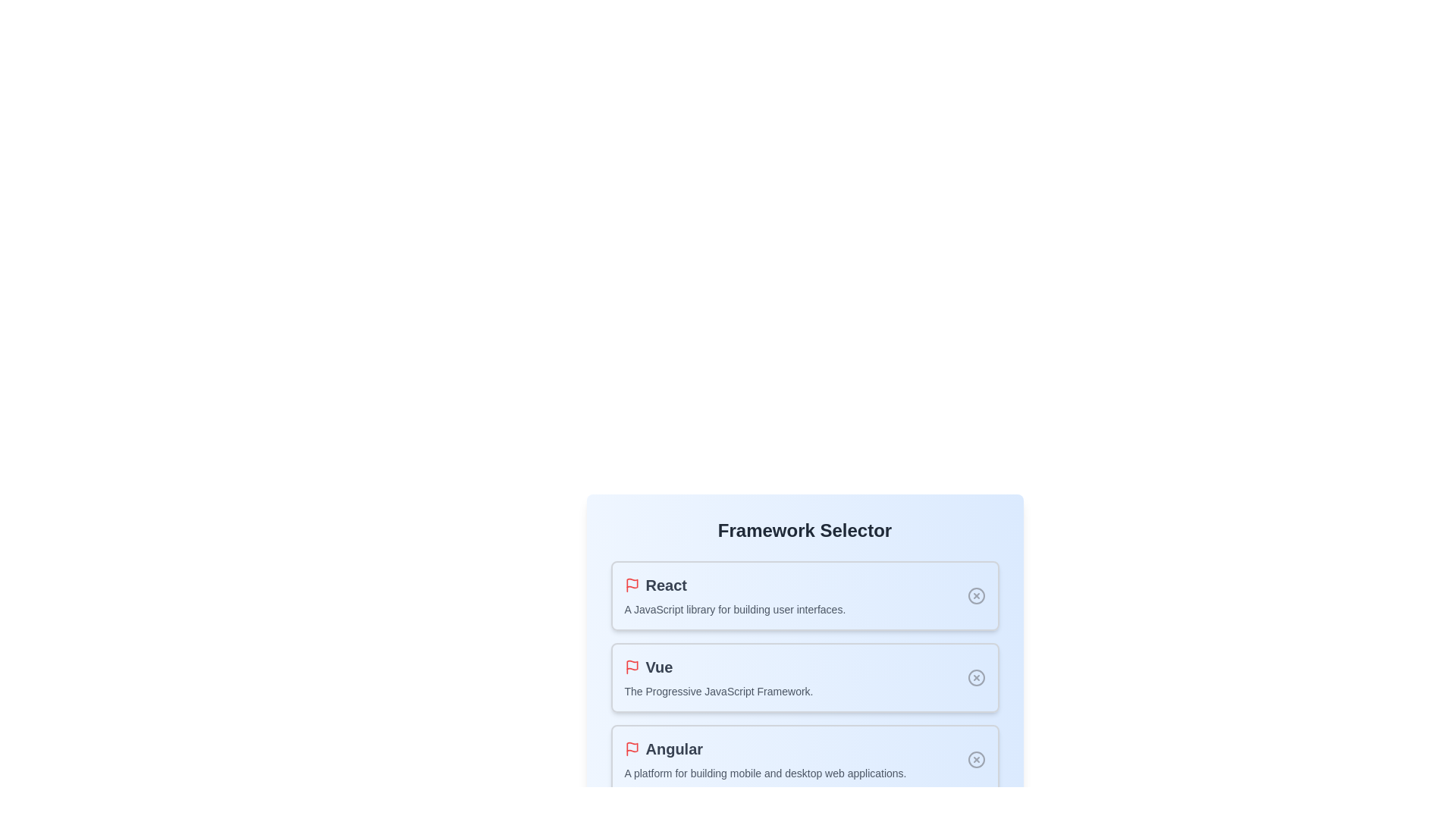 This screenshot has width=1456, height=819. What do you see at coordinates (804, 677) in the screenshot?
I see `the framework Vue by clicking on its container` at bounding box center [804, 677].